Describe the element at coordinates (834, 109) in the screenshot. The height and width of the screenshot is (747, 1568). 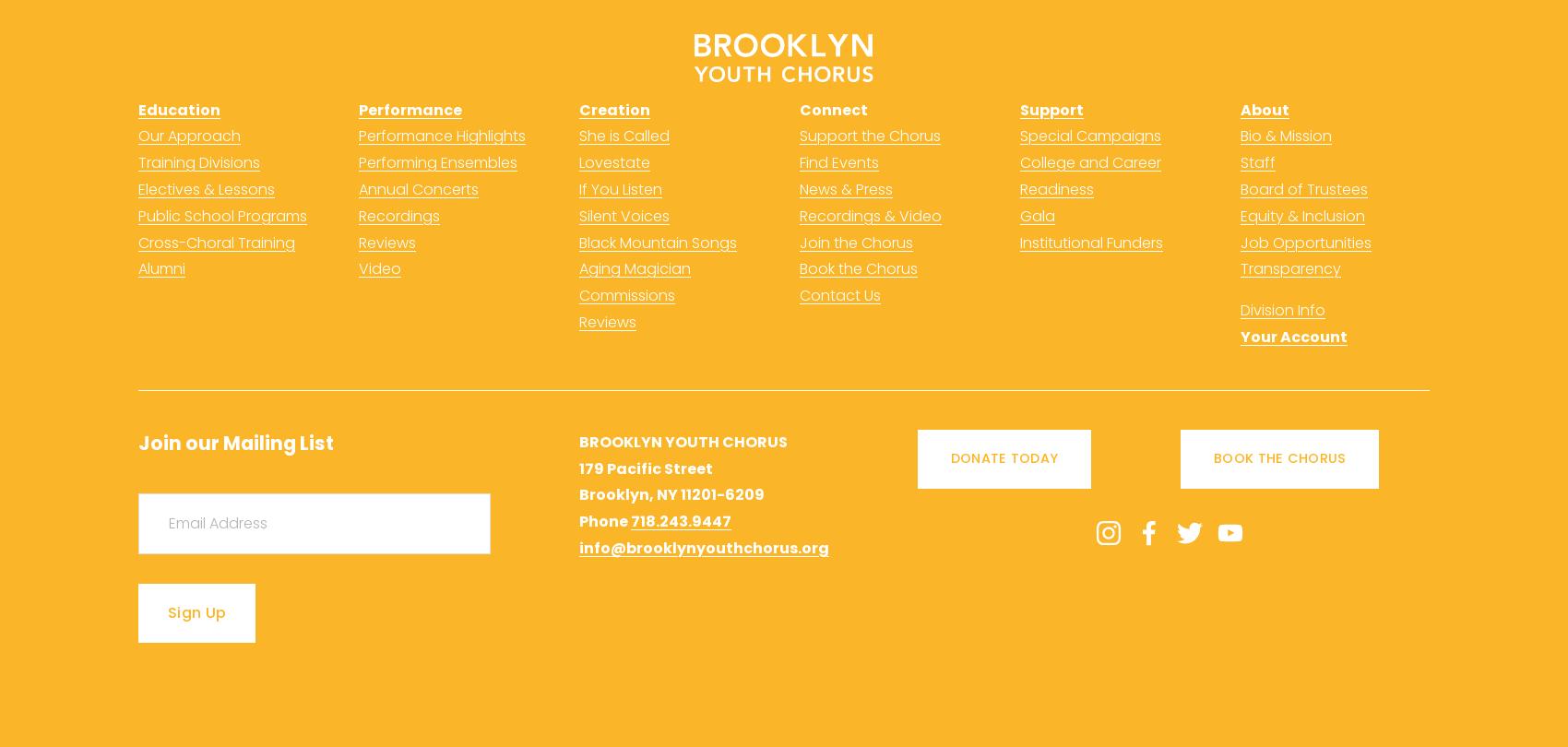
I see `'Connect'` at that location.